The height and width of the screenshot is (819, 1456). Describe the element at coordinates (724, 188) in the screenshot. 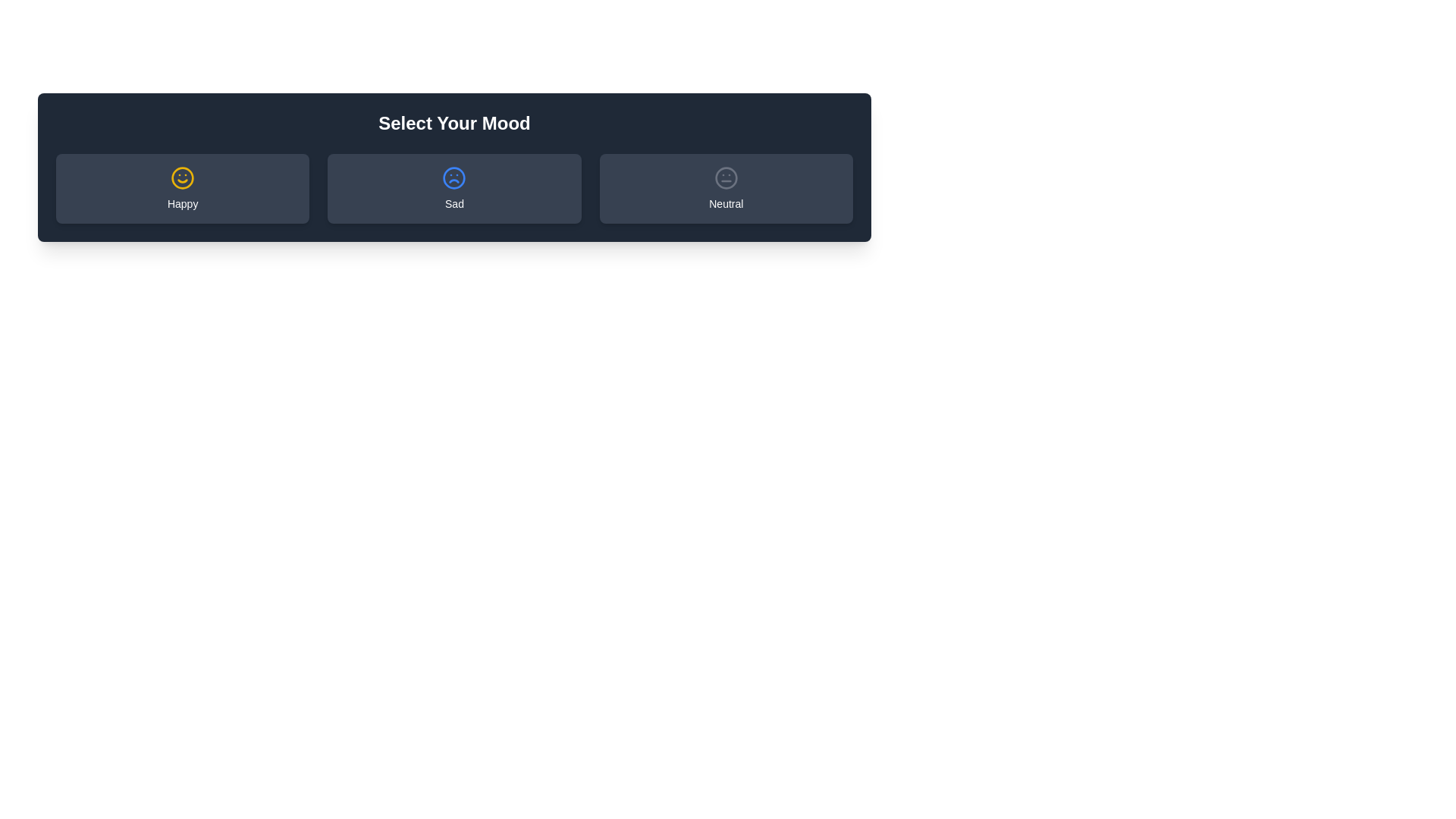

I see `the mood button labeled Neutral` at that location.